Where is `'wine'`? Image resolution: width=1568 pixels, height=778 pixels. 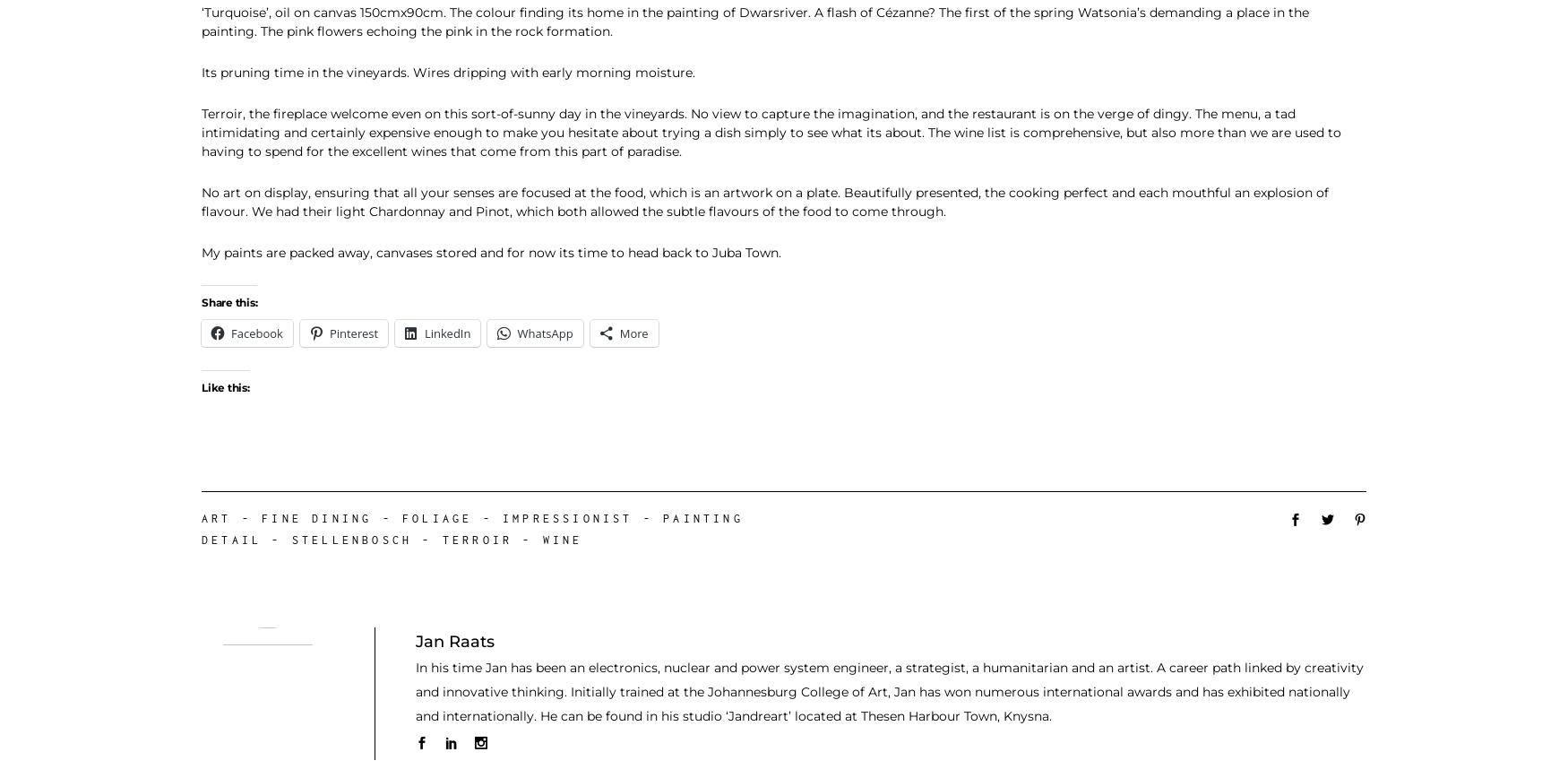 'wine' is located at coordinates (541, 539).